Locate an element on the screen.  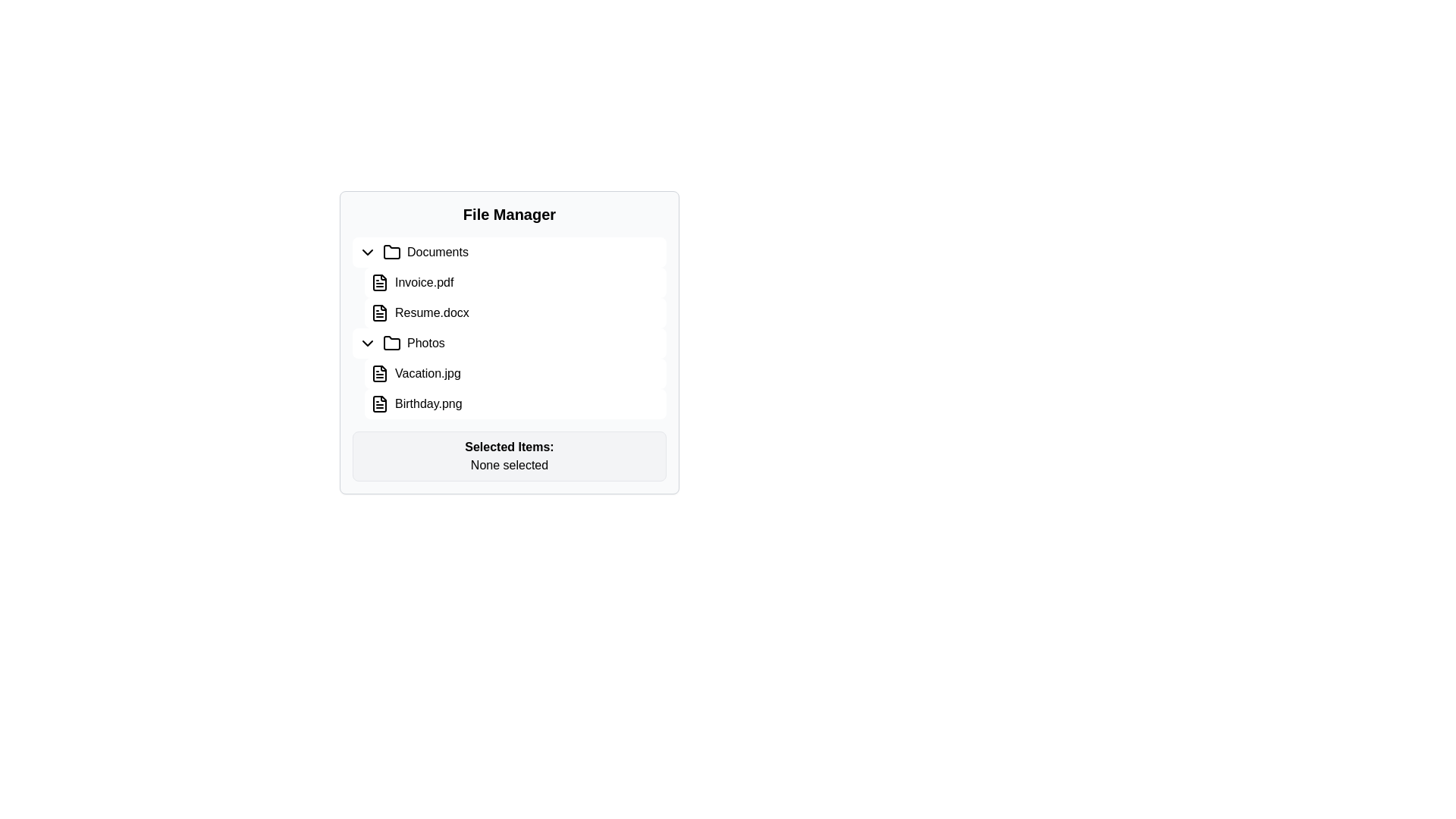
the text document file icon representing 'Resume.docx' located in the 'Documents' section of the file manager interface is located at coordinates (379, 312).